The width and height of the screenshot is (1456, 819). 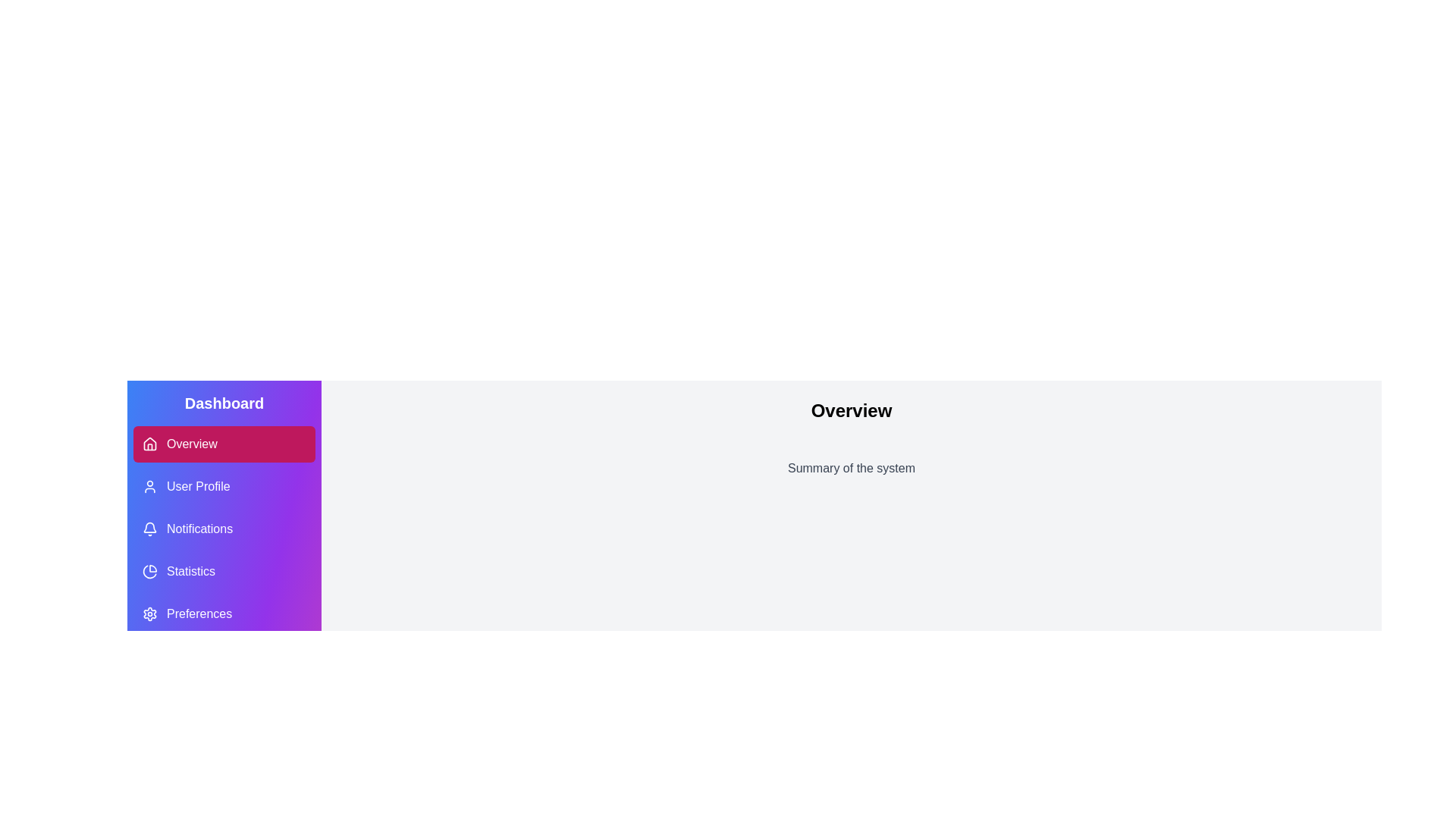 What do you see at coordinates (149, 529) in the screenshot?
I see `the bell icon used as a visual indicator for the Notifications section of the navigation menu, which is located to the left of the descriptive text 'Notifications'` at bounding box center [149, 529].